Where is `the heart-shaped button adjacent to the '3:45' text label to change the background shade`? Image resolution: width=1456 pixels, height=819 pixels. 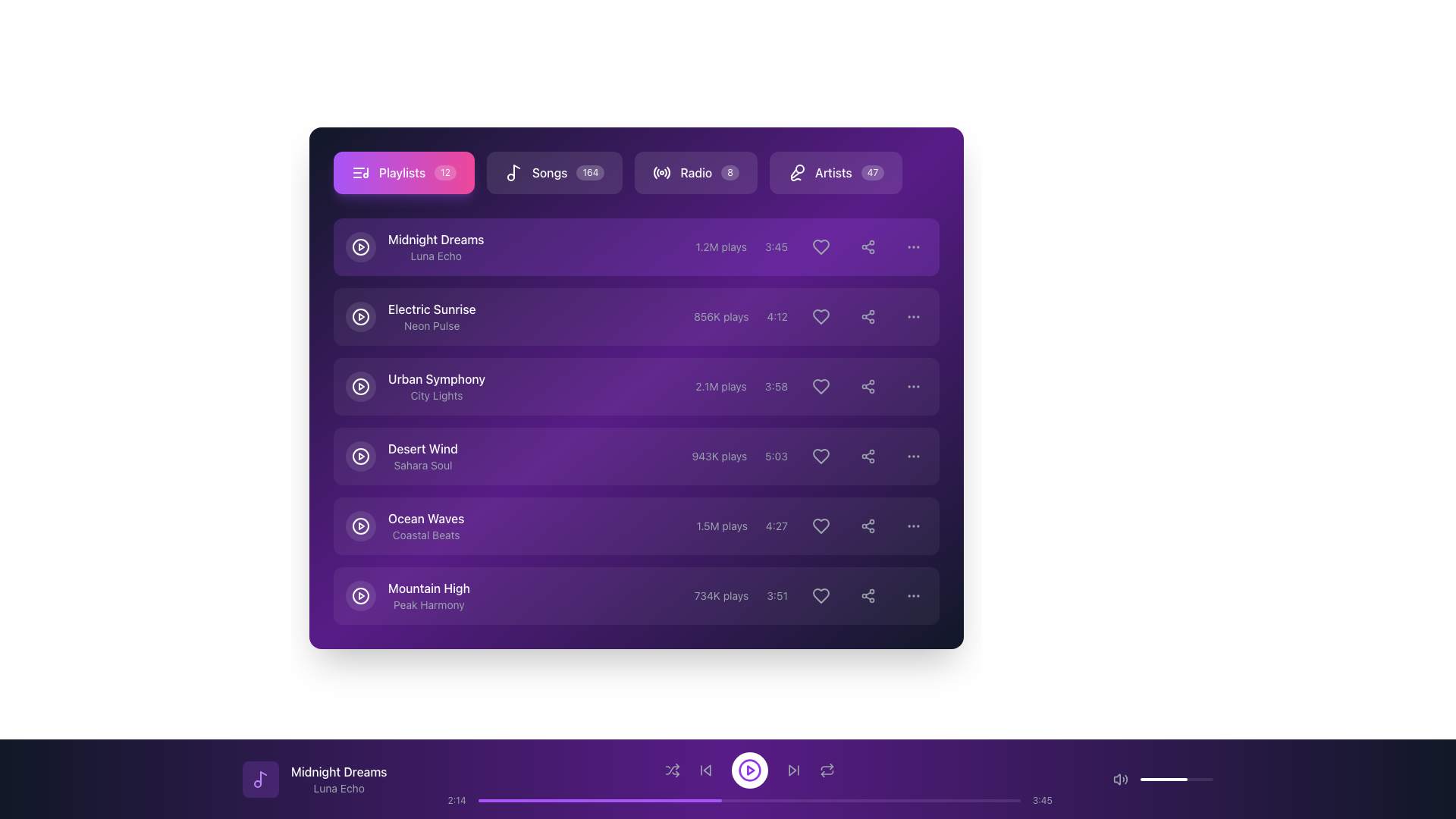
the heart-shaped button adjacent to the '3:45' text label to change the background shade is located at coordinates (811, 246).